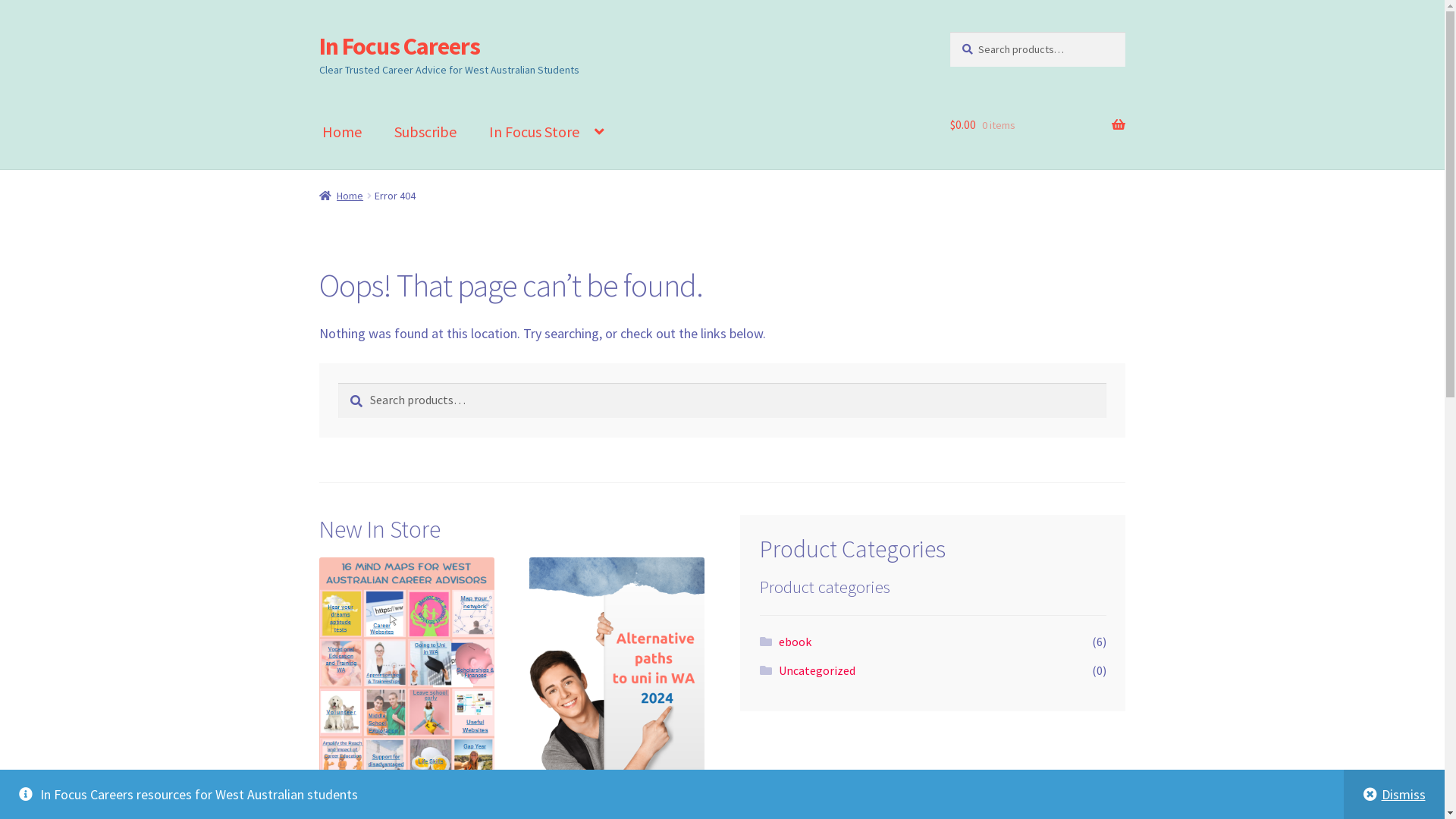 Image resolution: width=1456 pixels, height=819 pixels. I want to click on 'Search', so click(949, 31).